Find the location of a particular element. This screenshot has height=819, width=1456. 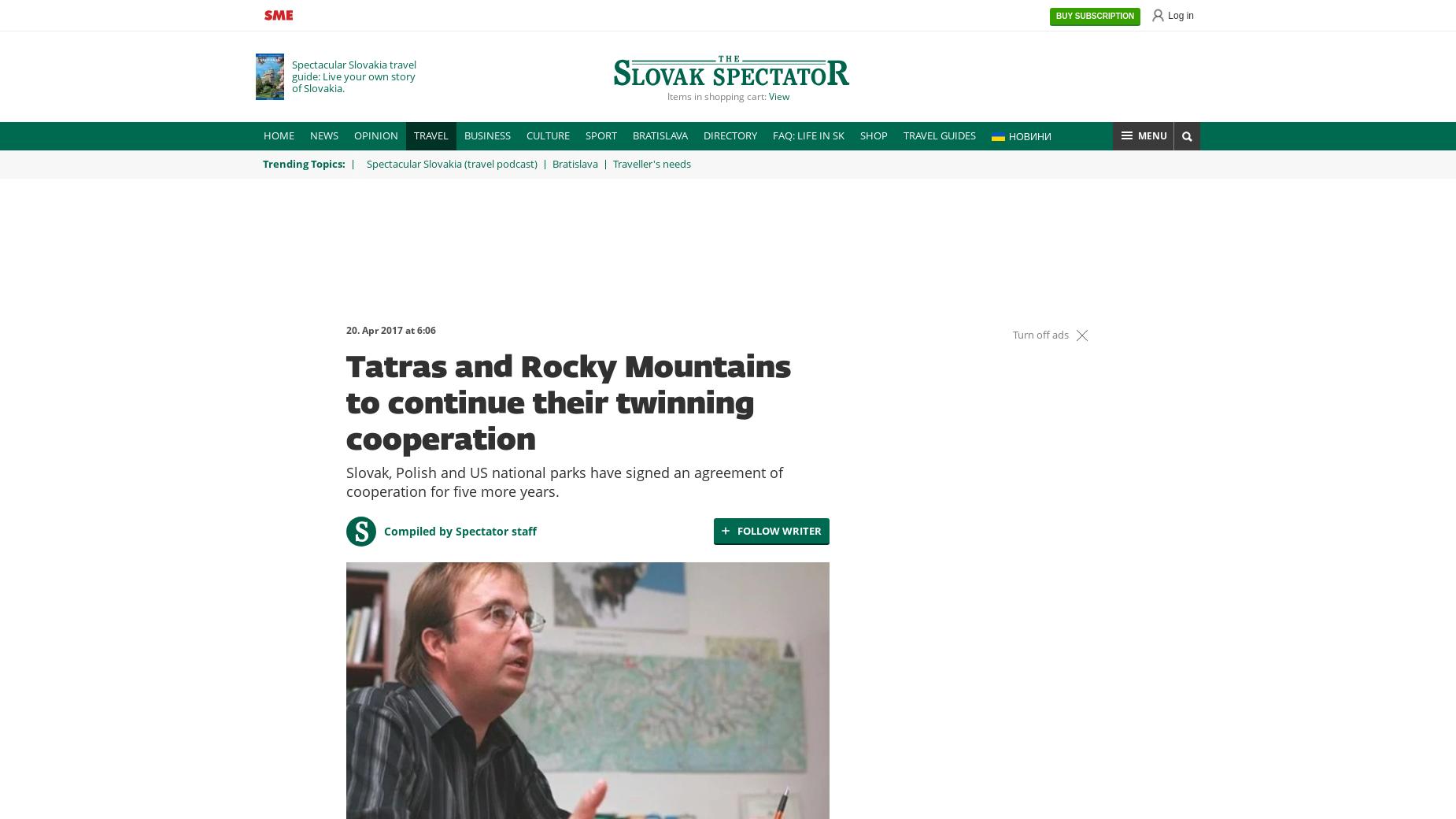

'BRATISLAVA' is located at coordinates (660, 135).